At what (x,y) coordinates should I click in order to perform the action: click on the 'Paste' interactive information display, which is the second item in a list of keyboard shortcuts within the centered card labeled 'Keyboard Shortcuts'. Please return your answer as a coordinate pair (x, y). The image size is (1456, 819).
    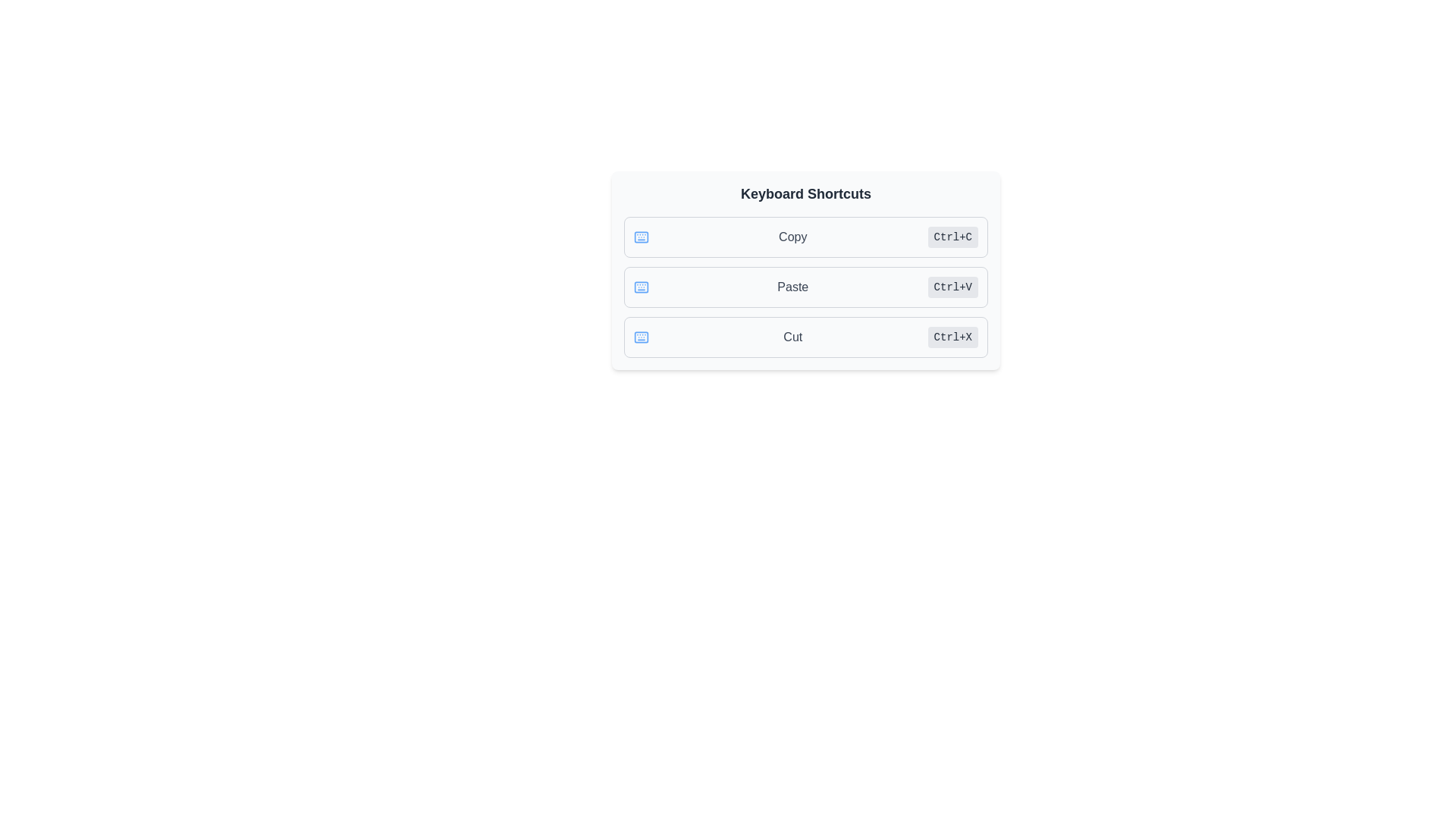
    Looking at the image, I should click on (805, 270).